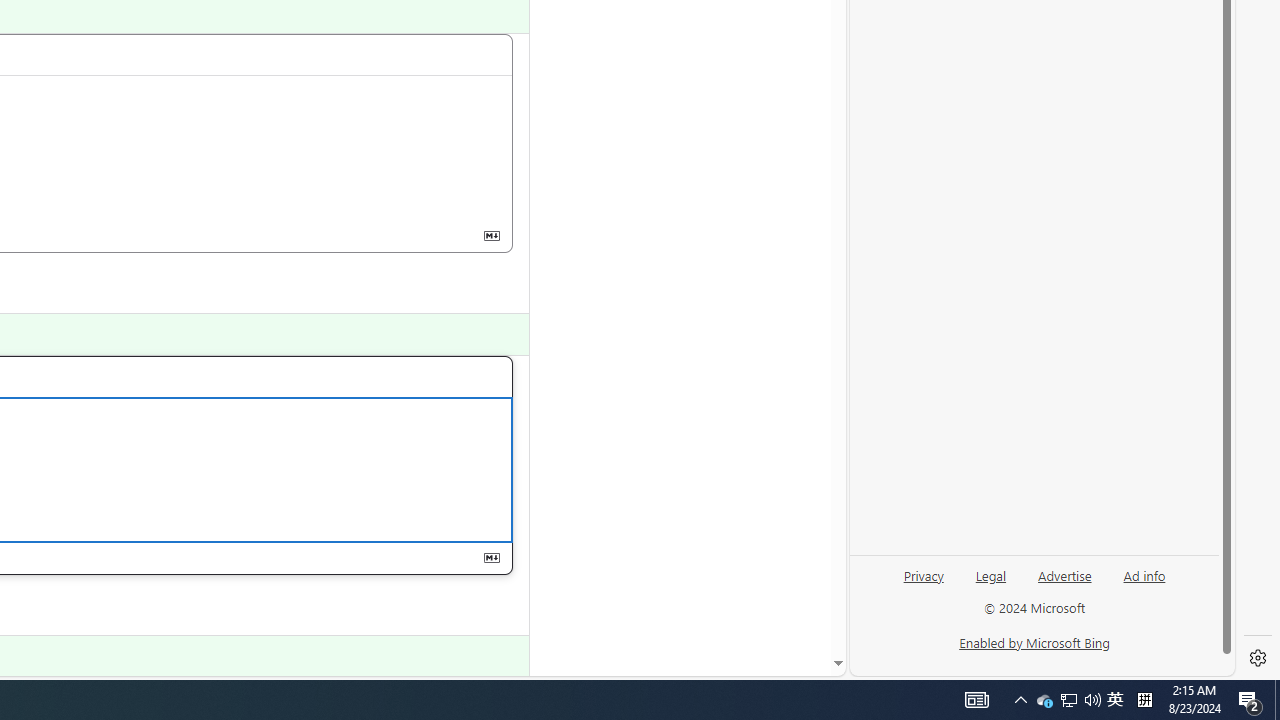  I want to click on 'Legal', so click(991, 574).